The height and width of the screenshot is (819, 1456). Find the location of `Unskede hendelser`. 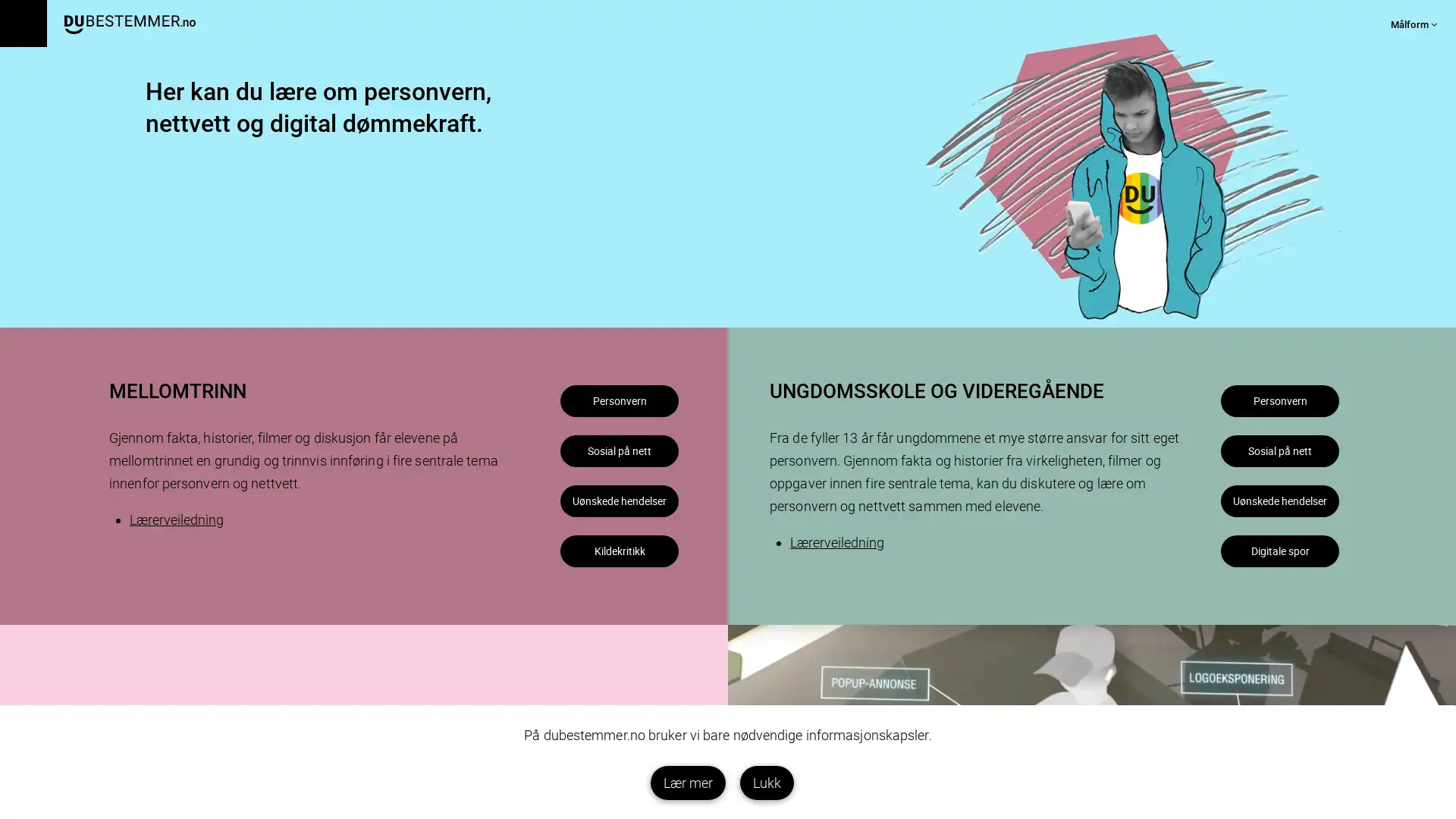

Unskede hendelser is located at coordinates (1227, 571).